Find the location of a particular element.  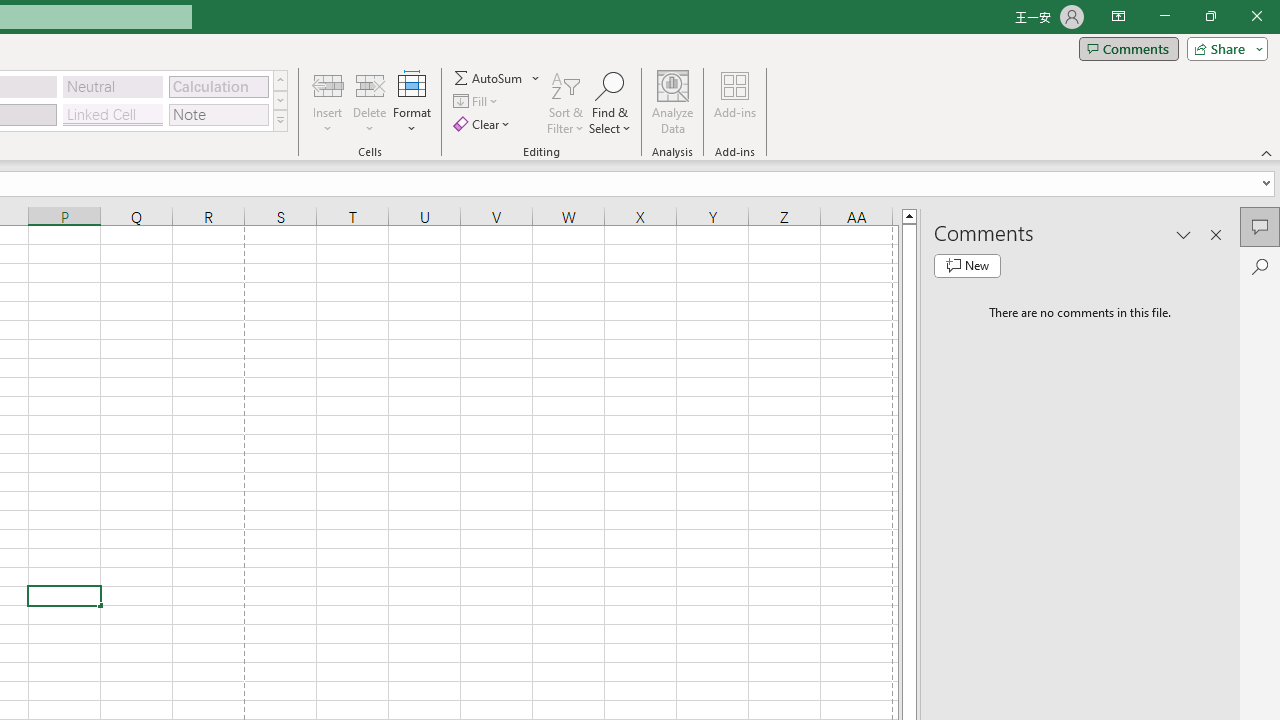

'Ribbon Display Options' is located at coordinates (1117, 16).